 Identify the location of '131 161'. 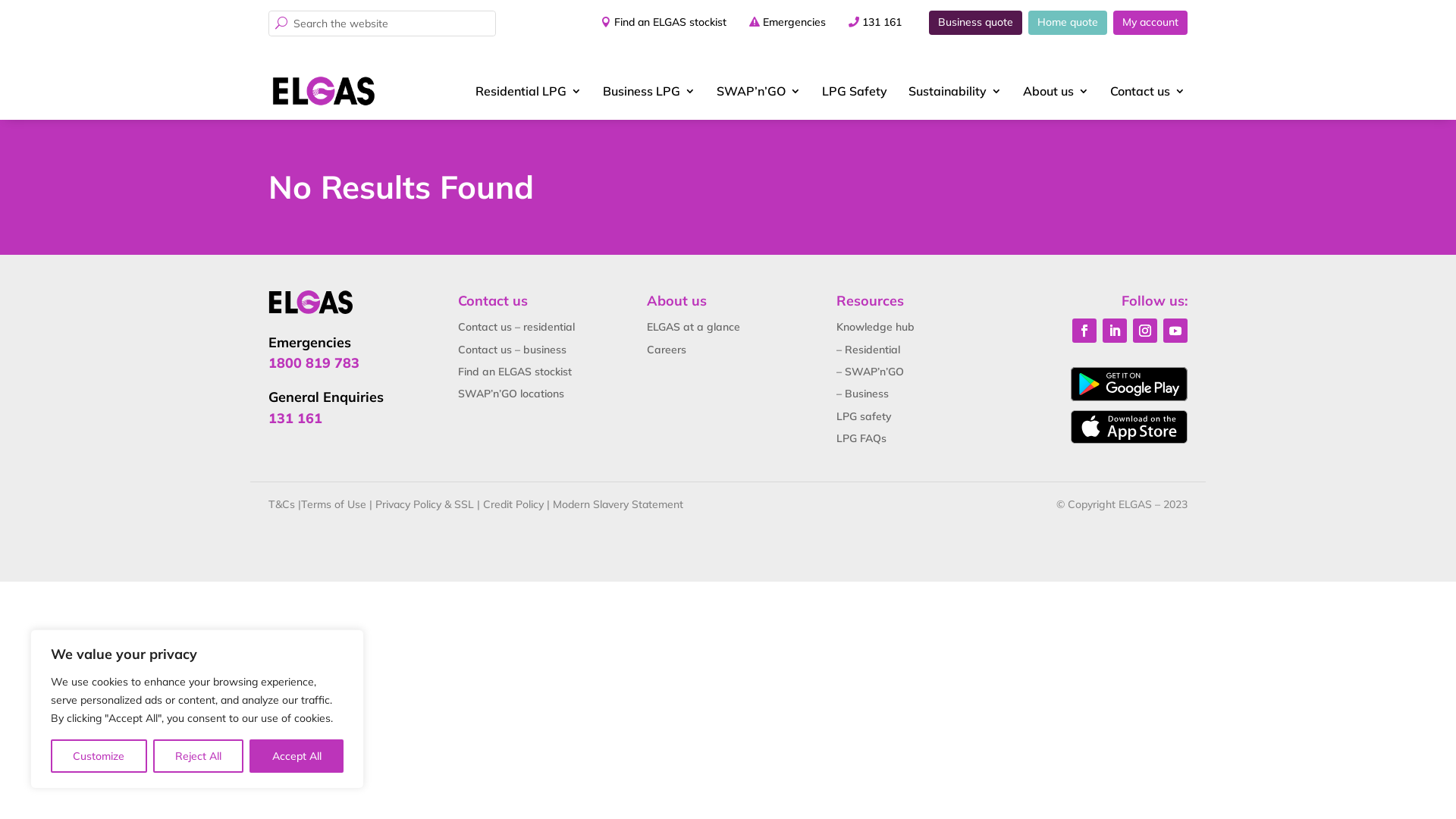
(881, 23).